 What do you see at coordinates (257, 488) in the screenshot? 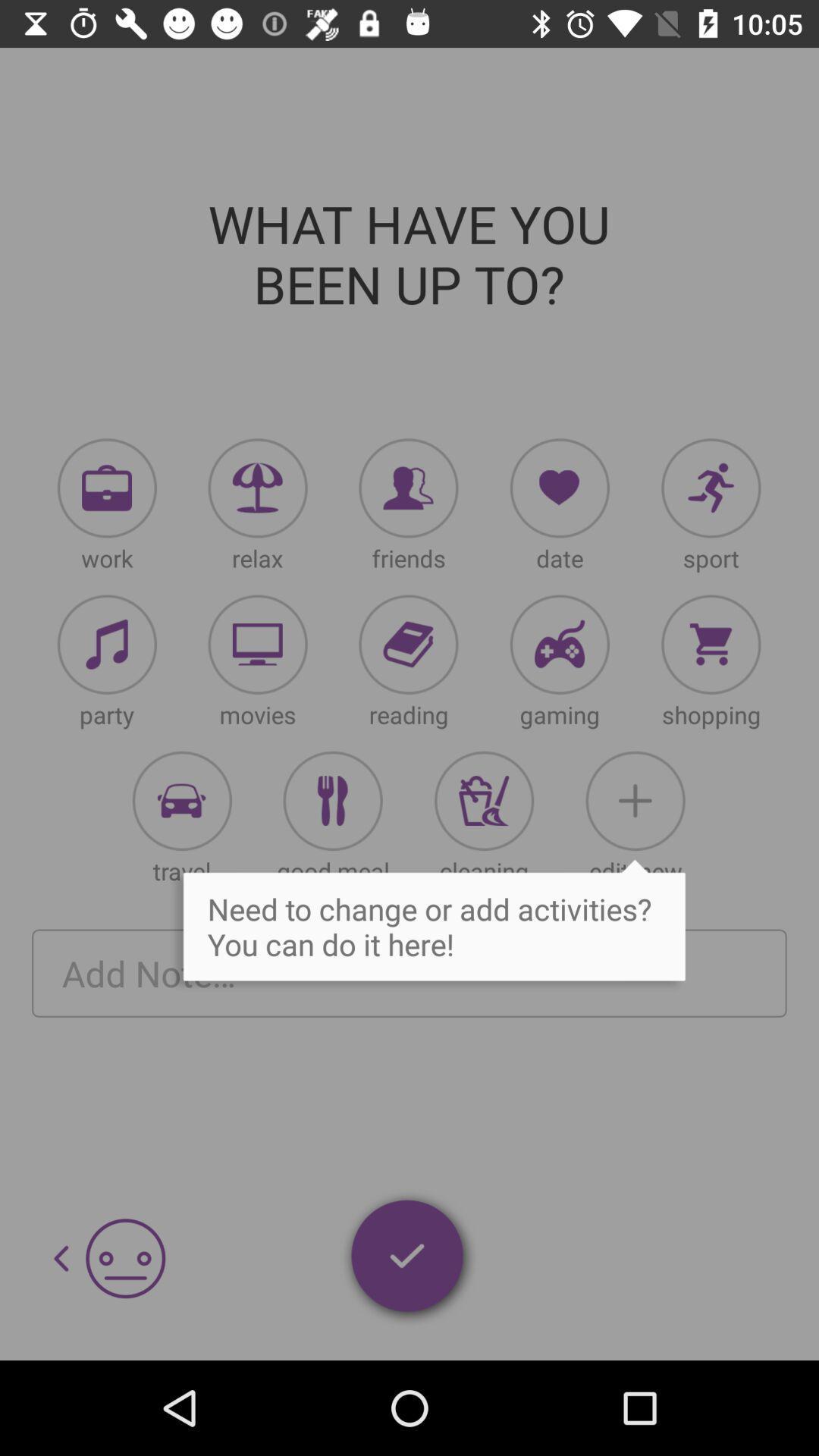
I see `relax` at bounding box center [257, 488].